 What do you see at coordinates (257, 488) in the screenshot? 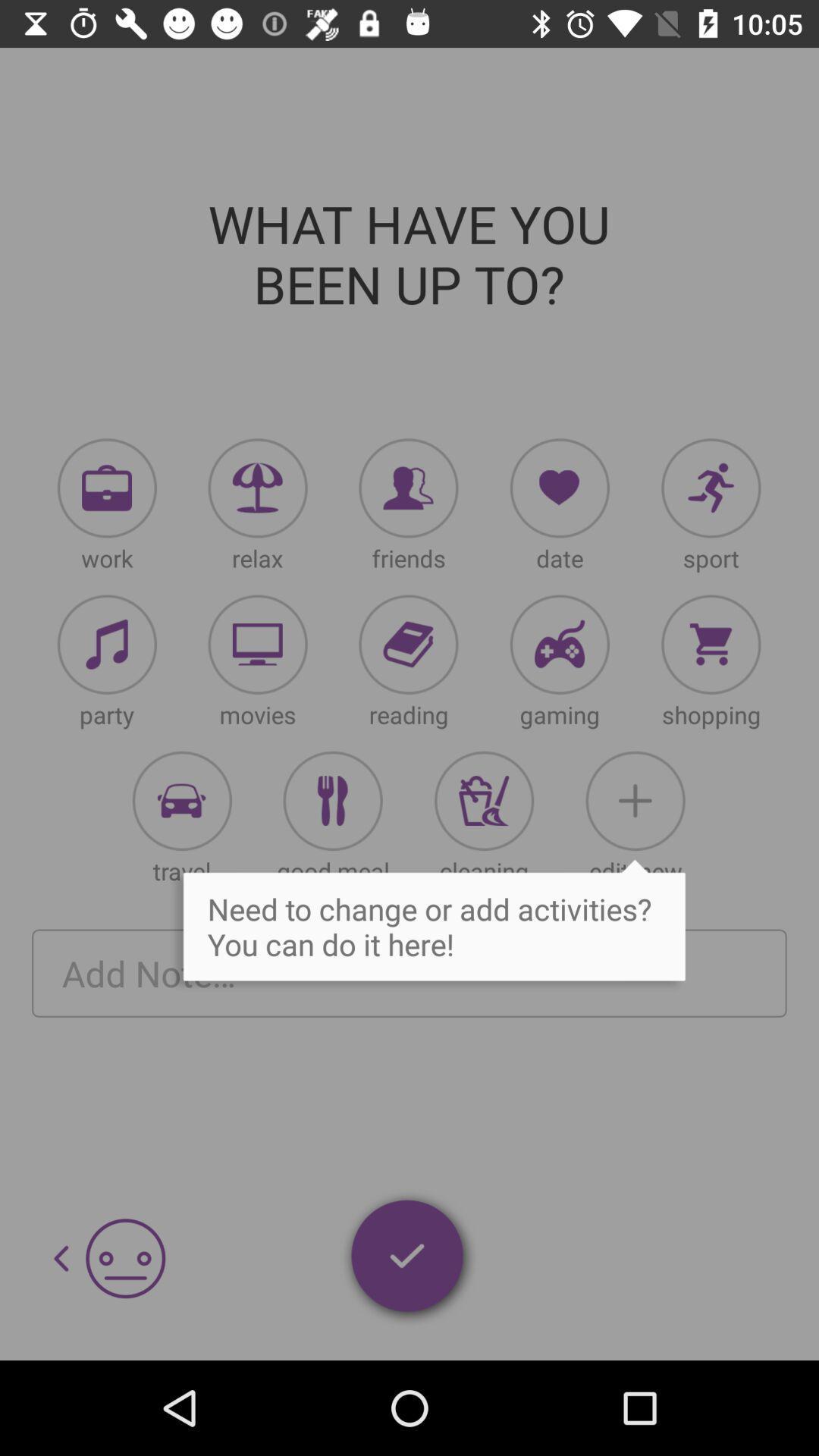
I see `relax` at bounding box center [257, 488].